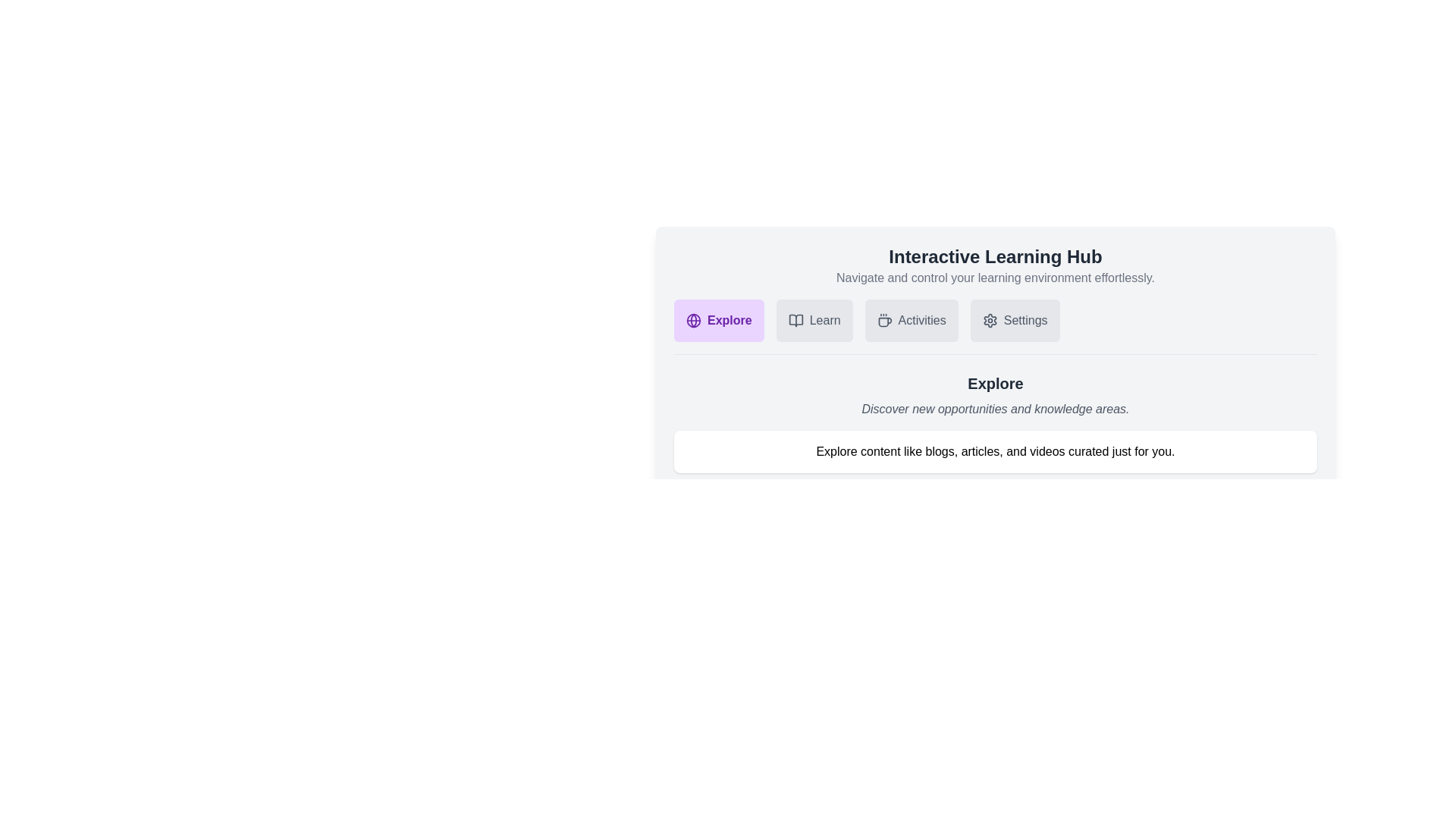 Image resolution: width=1456 pixels, height=819 pixels. I want to click on the settings menu icon located in the navigation header, positioned to the far right next to 'Activities' and 'Learn', so click(990, 320).